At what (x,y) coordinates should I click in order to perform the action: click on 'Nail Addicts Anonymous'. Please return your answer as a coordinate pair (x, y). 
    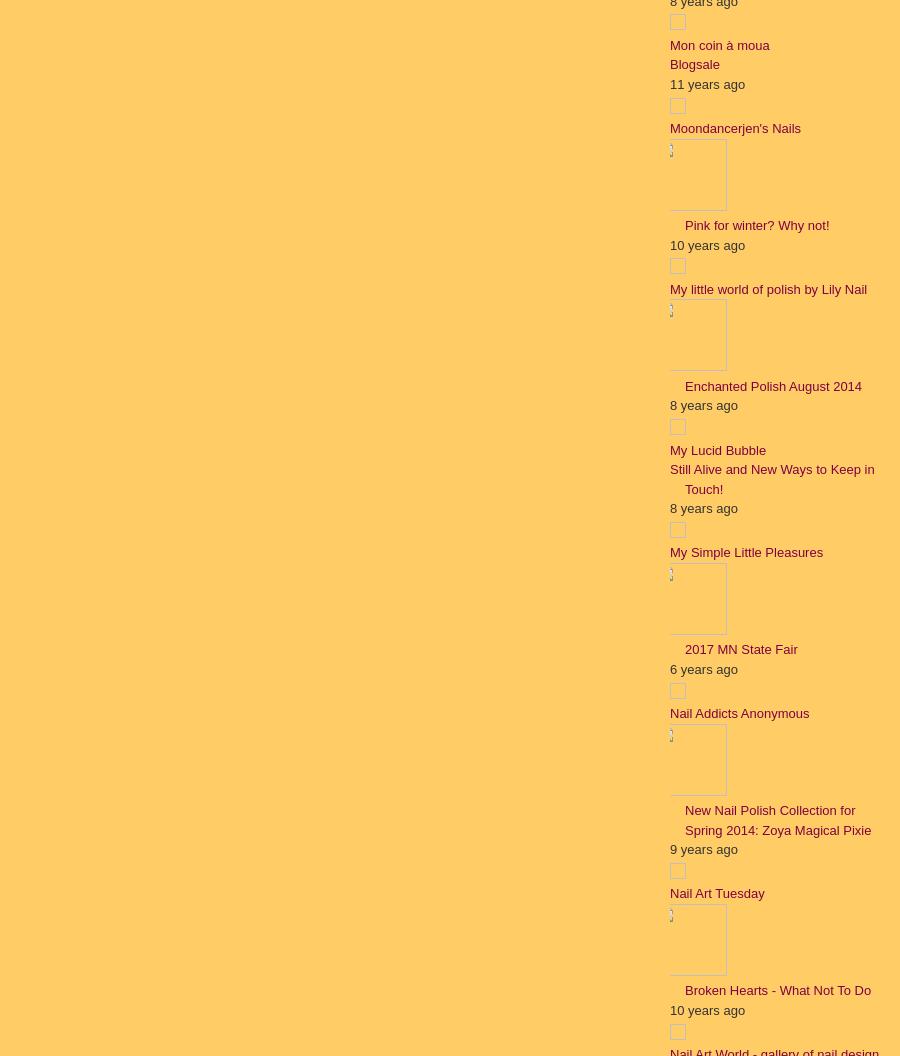
    Looking at the image, I should click on (738, 713).